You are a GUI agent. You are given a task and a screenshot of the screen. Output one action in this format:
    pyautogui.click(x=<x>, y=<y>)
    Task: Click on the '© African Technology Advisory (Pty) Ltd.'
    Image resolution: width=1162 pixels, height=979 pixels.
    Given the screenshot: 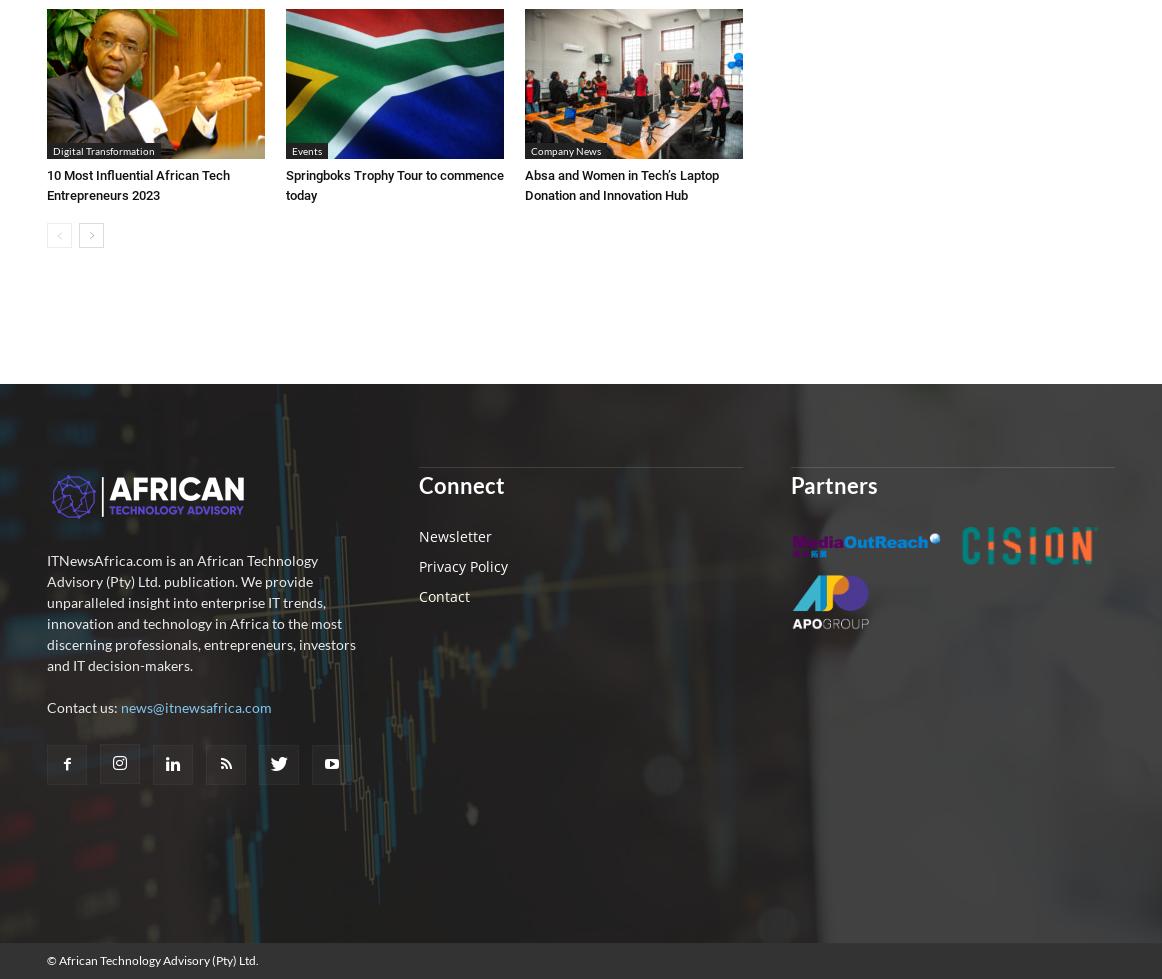 What is the action you would take?
    pyautogui.click(x=152, y=959)
    